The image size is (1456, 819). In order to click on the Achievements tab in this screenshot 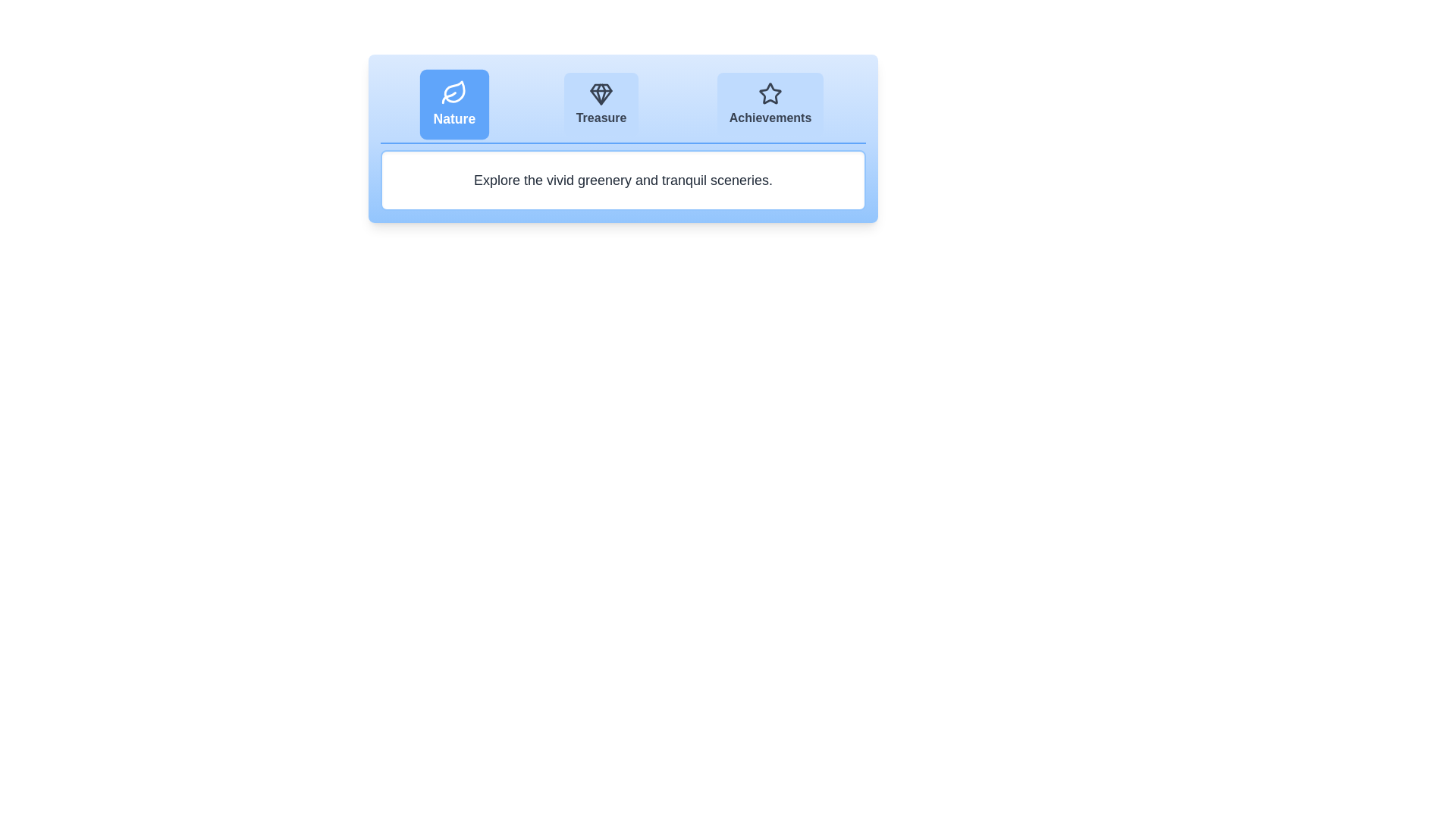, I will do `click(770, 104)`.